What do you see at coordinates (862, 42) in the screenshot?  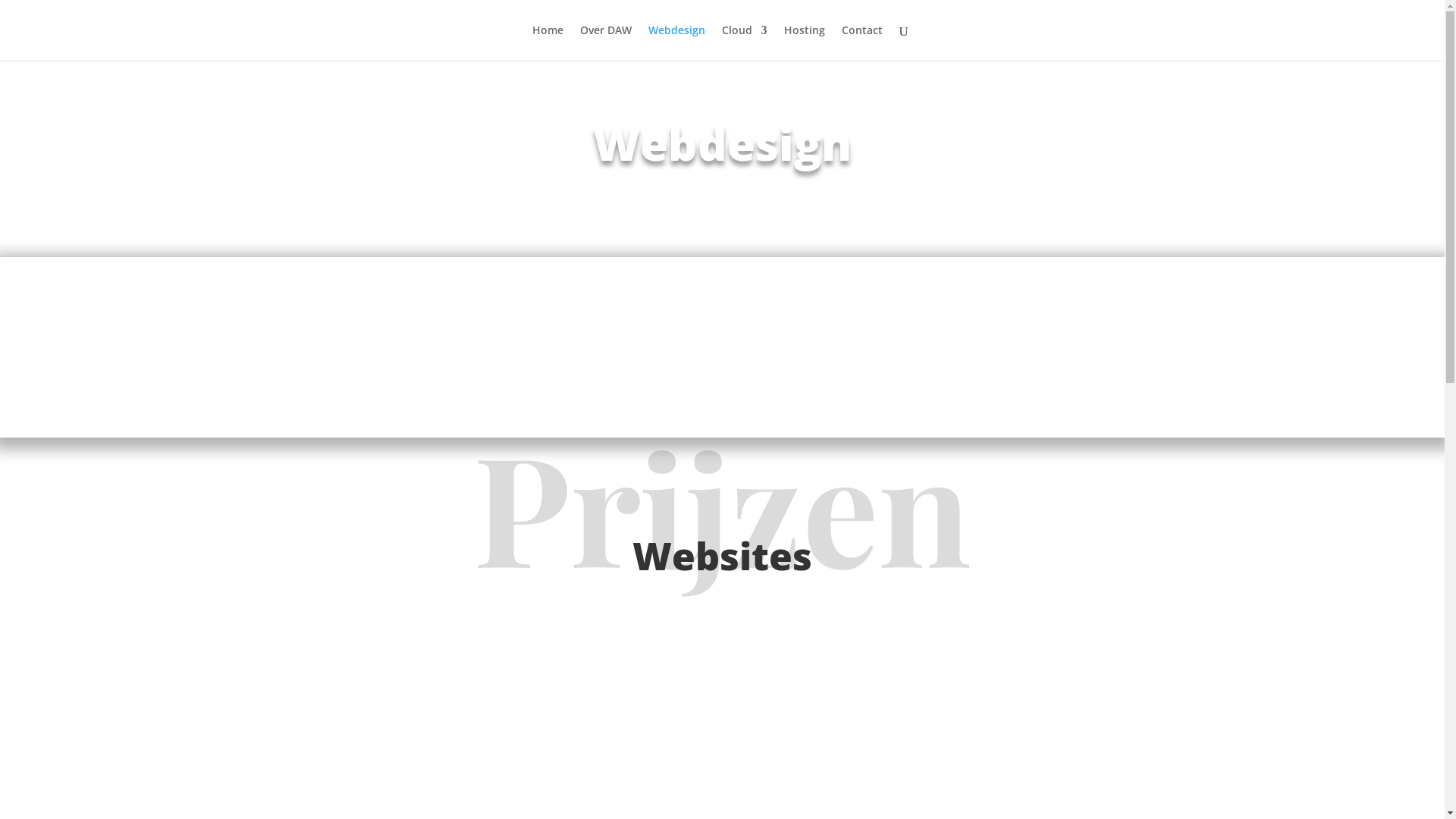 I see `'Contact'` at bounding box center [862, 42].